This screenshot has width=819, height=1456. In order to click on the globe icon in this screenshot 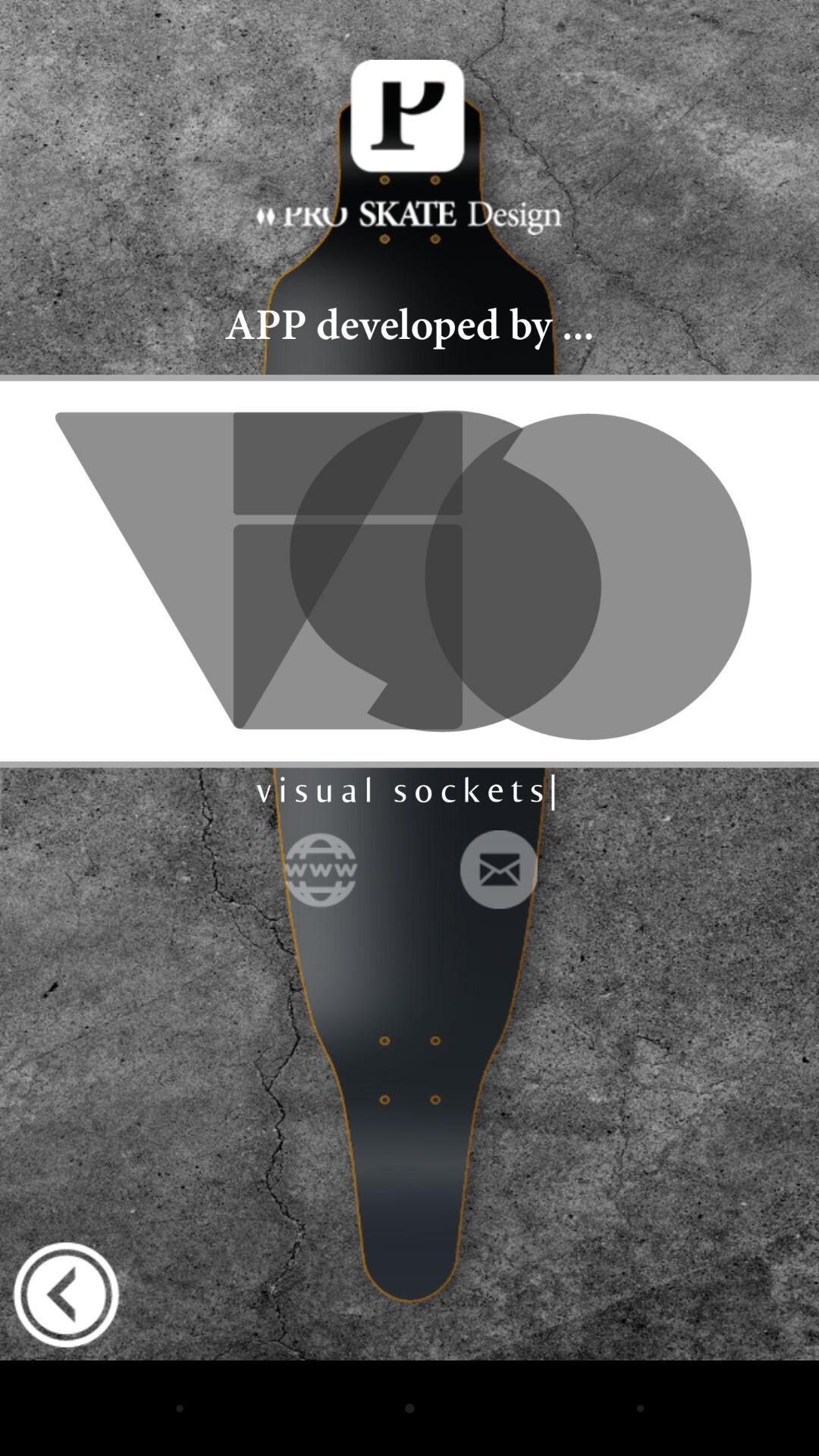, I will do `click(319, 930)`.